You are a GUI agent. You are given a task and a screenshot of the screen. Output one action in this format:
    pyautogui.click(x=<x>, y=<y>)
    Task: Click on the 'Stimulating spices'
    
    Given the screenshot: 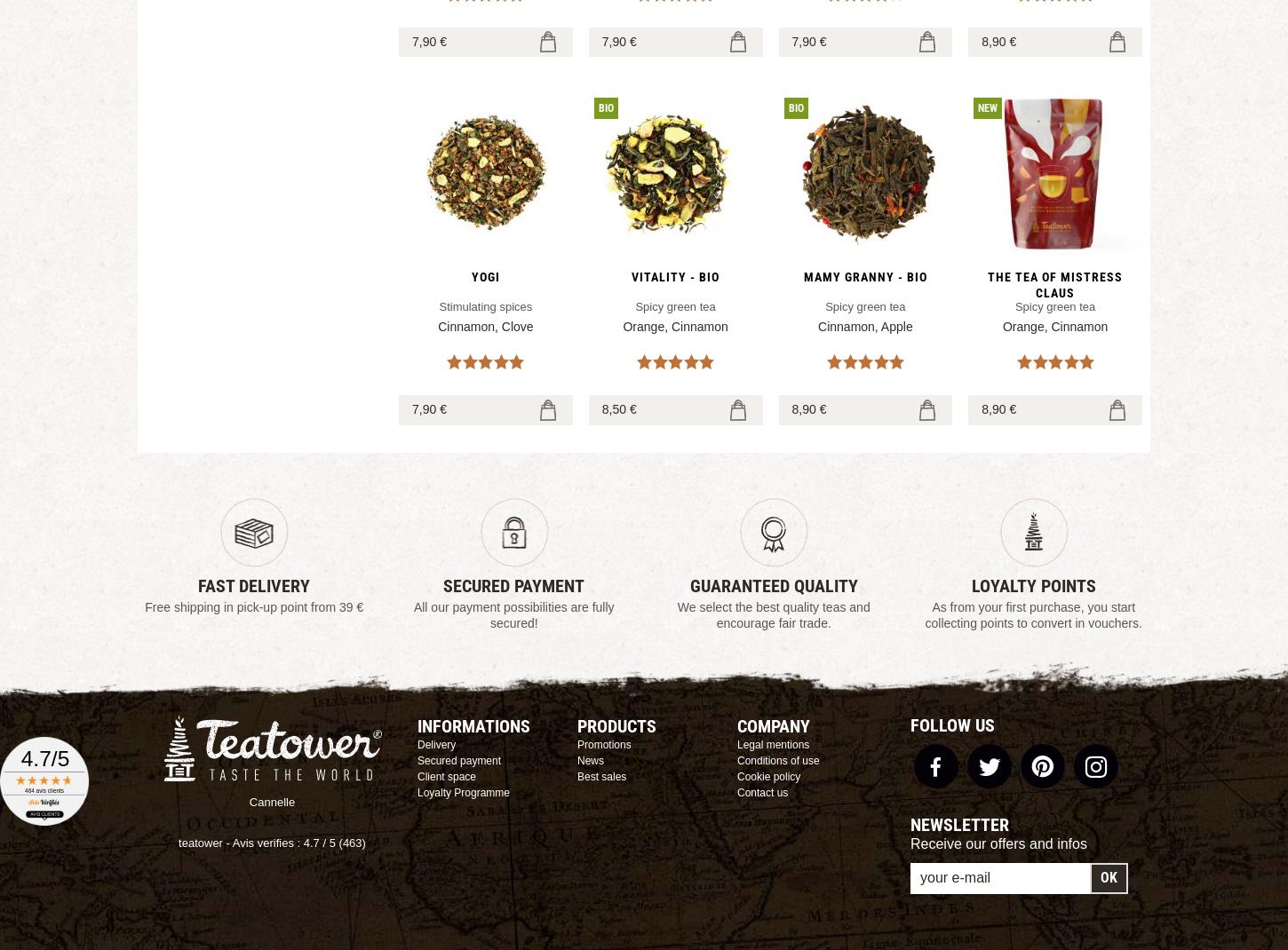 What is the action you would take?
    pyautogui.click(x=485, y=306)
    